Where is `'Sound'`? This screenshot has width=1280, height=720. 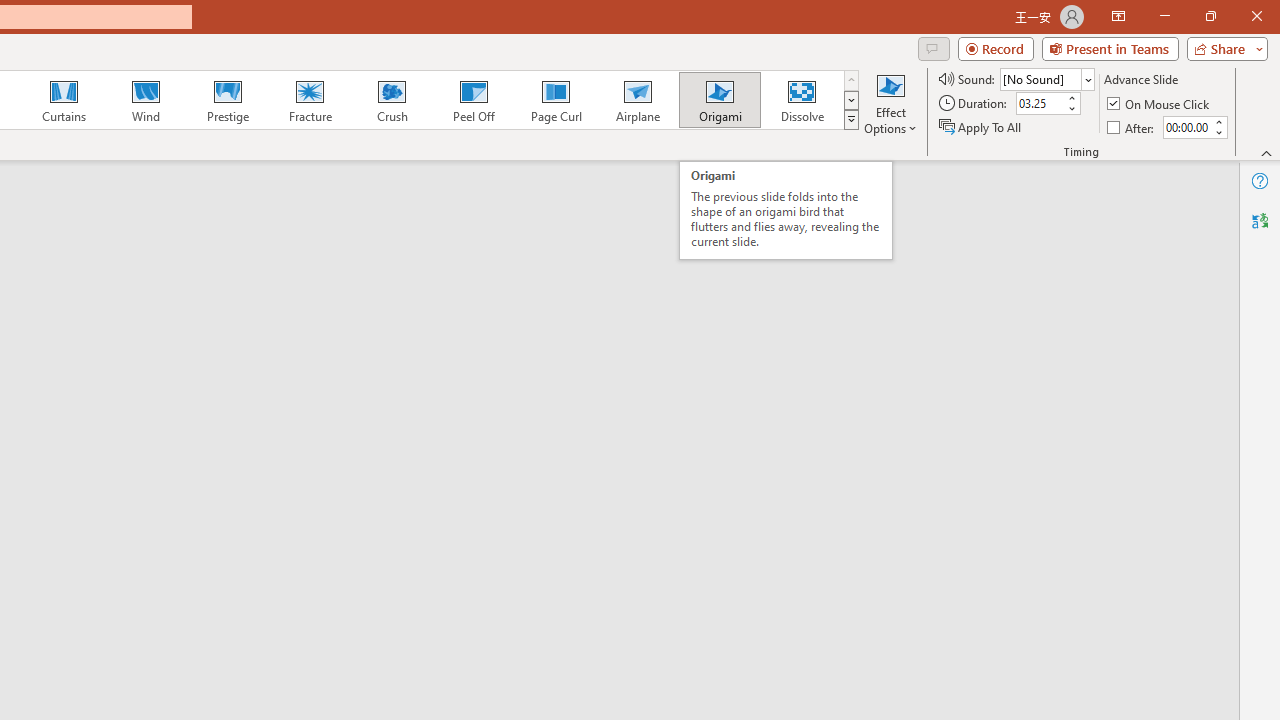
'Sound' is located at coordinates (1046, 78).